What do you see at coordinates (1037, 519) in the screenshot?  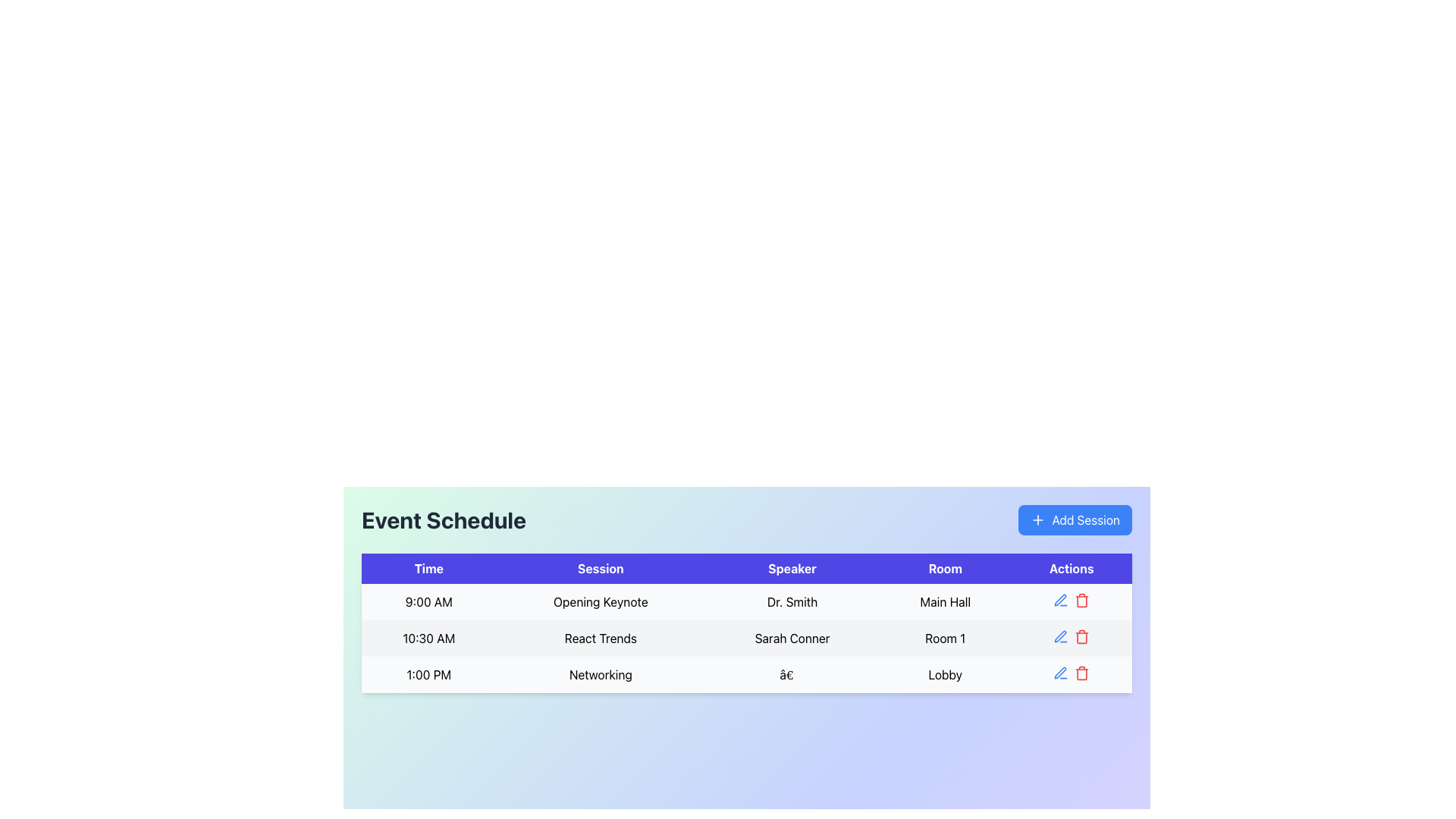 I see `the blue icon with a white plus sign located within the 'Add Session' button at the top-right corner of the event schedule section` at bounding box center [1037, 519].